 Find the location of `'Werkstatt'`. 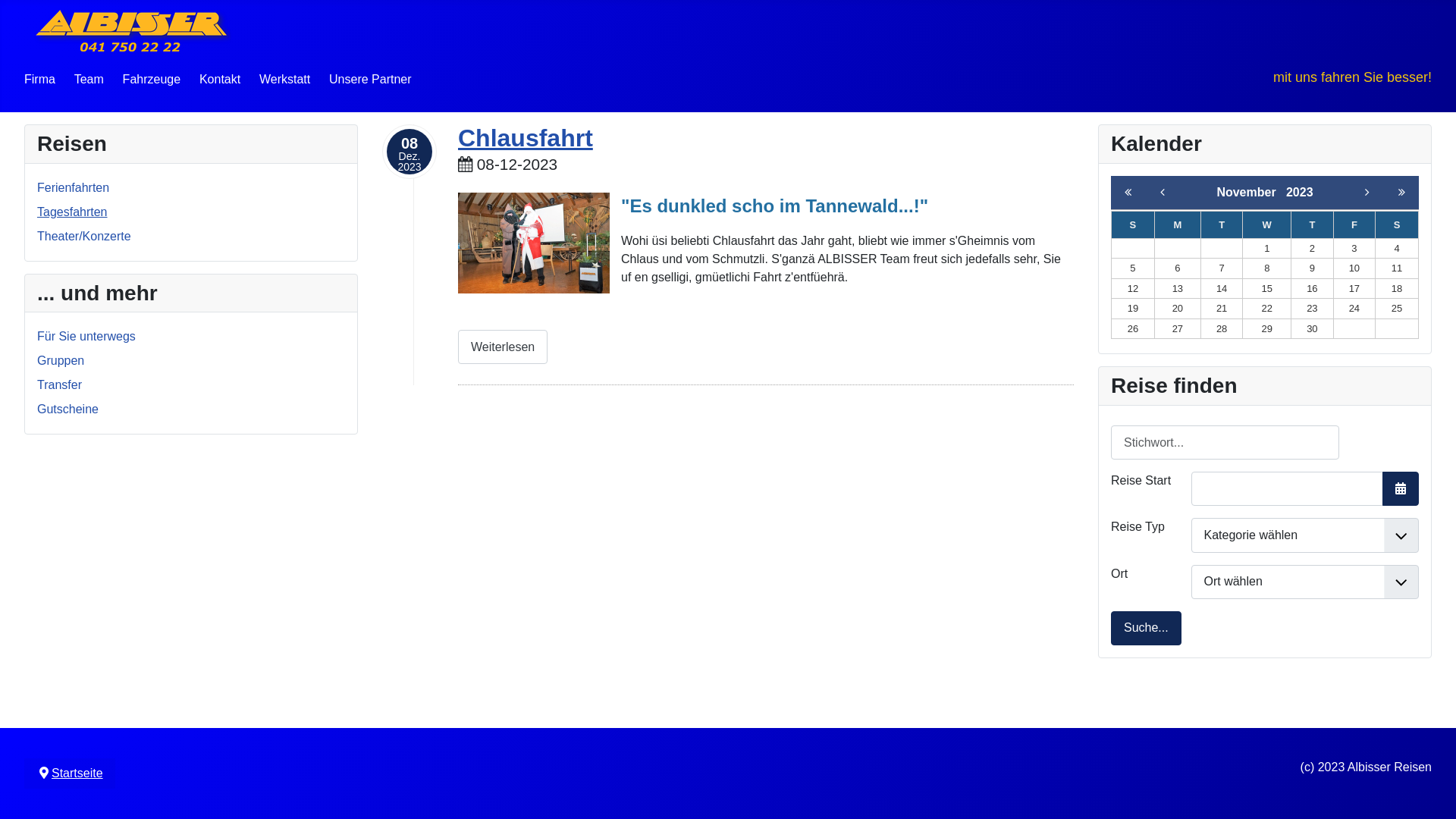

'Werkstatt' is located at coordinates (284, 79).